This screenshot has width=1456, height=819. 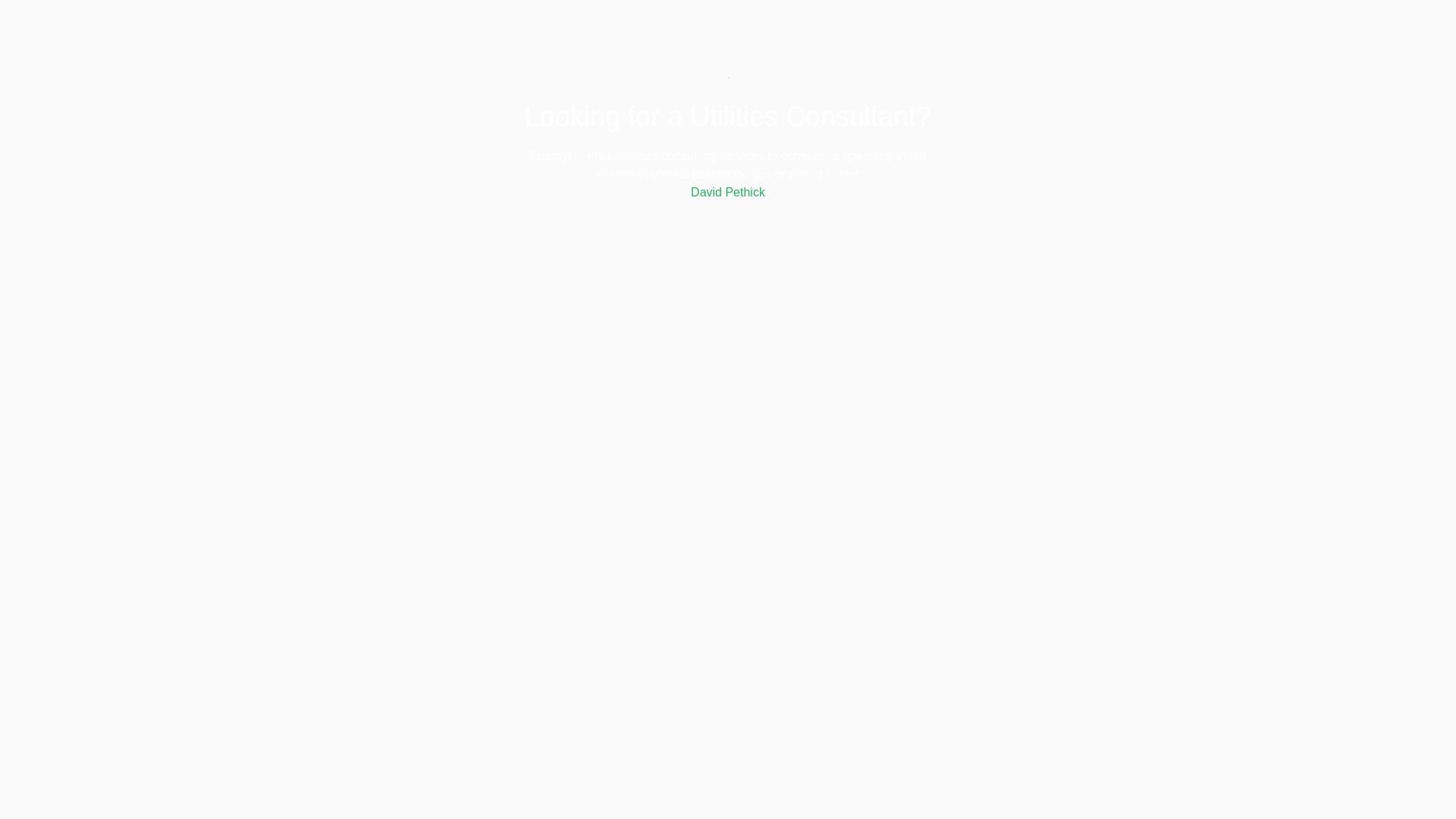 What do you see at coordinates (728, 191) in the screenshot?
I see `'David Pethick'` at bounding box center [728, 191].